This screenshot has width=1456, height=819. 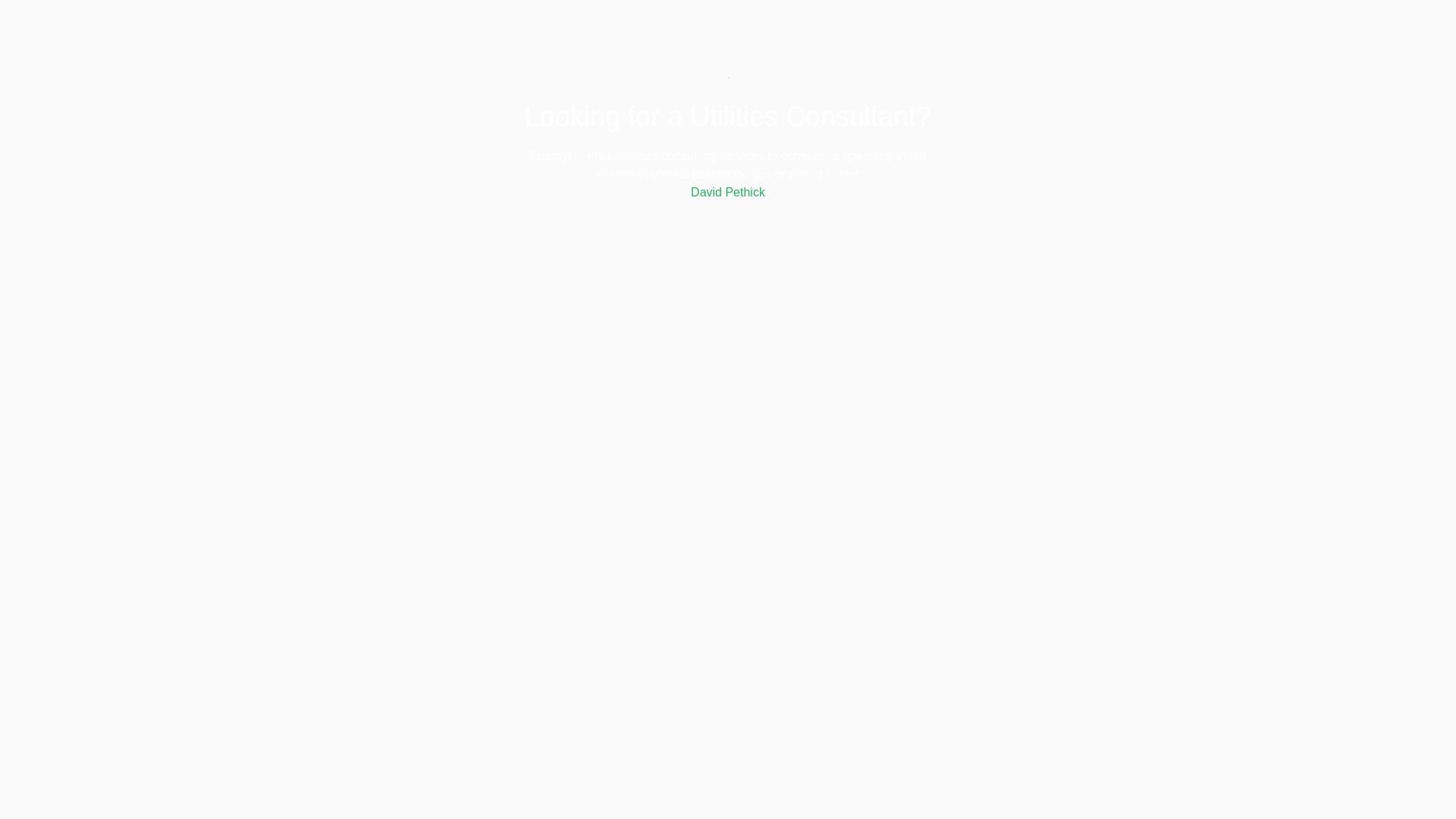 What do you see at coordinates (728, 191) in the screenshot?
I see `'David Pethick'` at bounding box center [728, 191].